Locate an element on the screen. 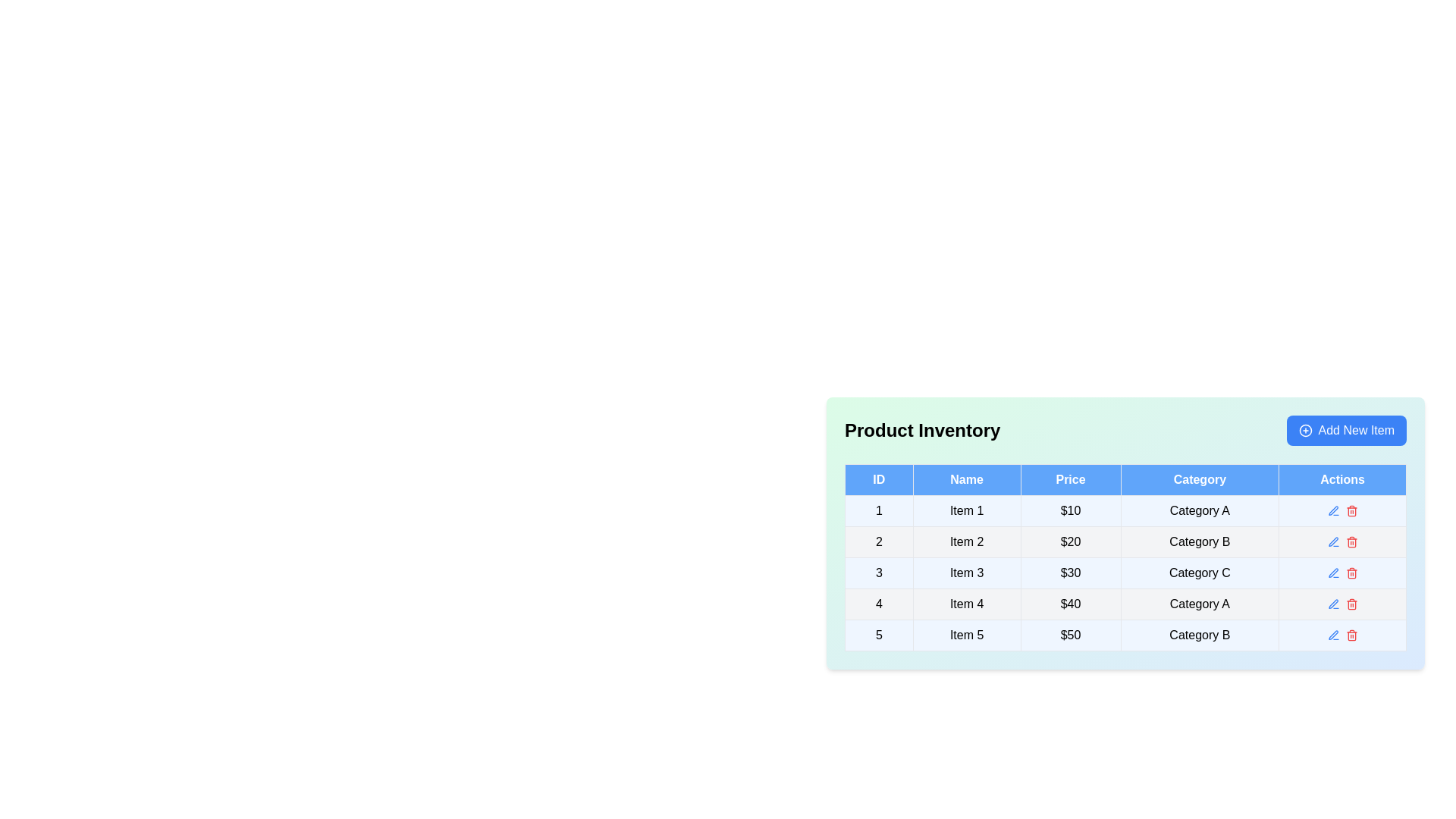 This screenshot has height=819, width=1456. the fourth row in the table that displays item details including ID, Name, Price, Category, and Actions is located at coordinates (1125, 604).